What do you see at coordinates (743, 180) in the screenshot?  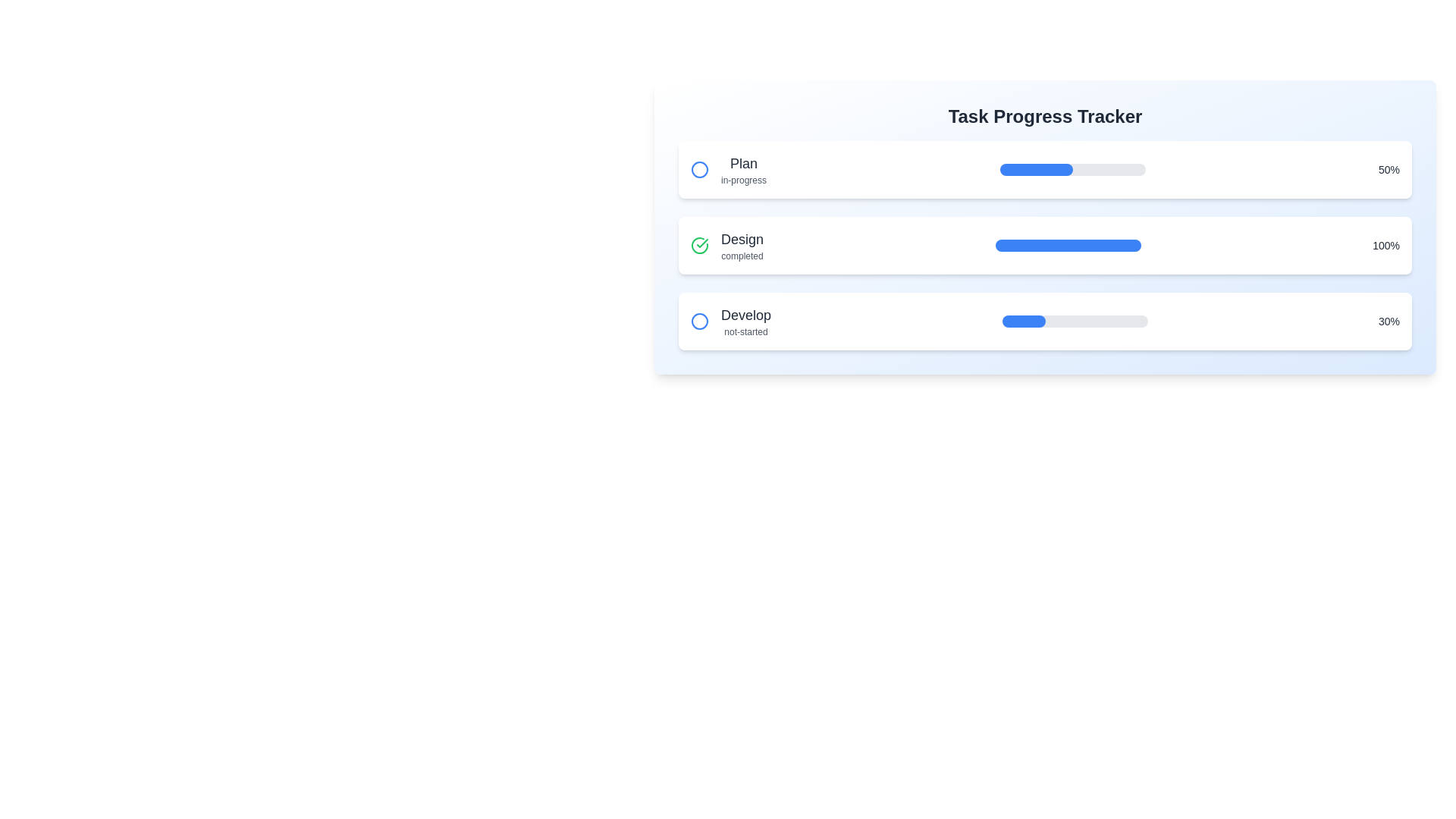 I see `the static text label that reads 'in-progress', which is styled in a smaller font size and grey color, located directly below the bolded text 'Plan' in the task list interface titled 'Task Progress Tracker'` at bounding box center [743, 180].